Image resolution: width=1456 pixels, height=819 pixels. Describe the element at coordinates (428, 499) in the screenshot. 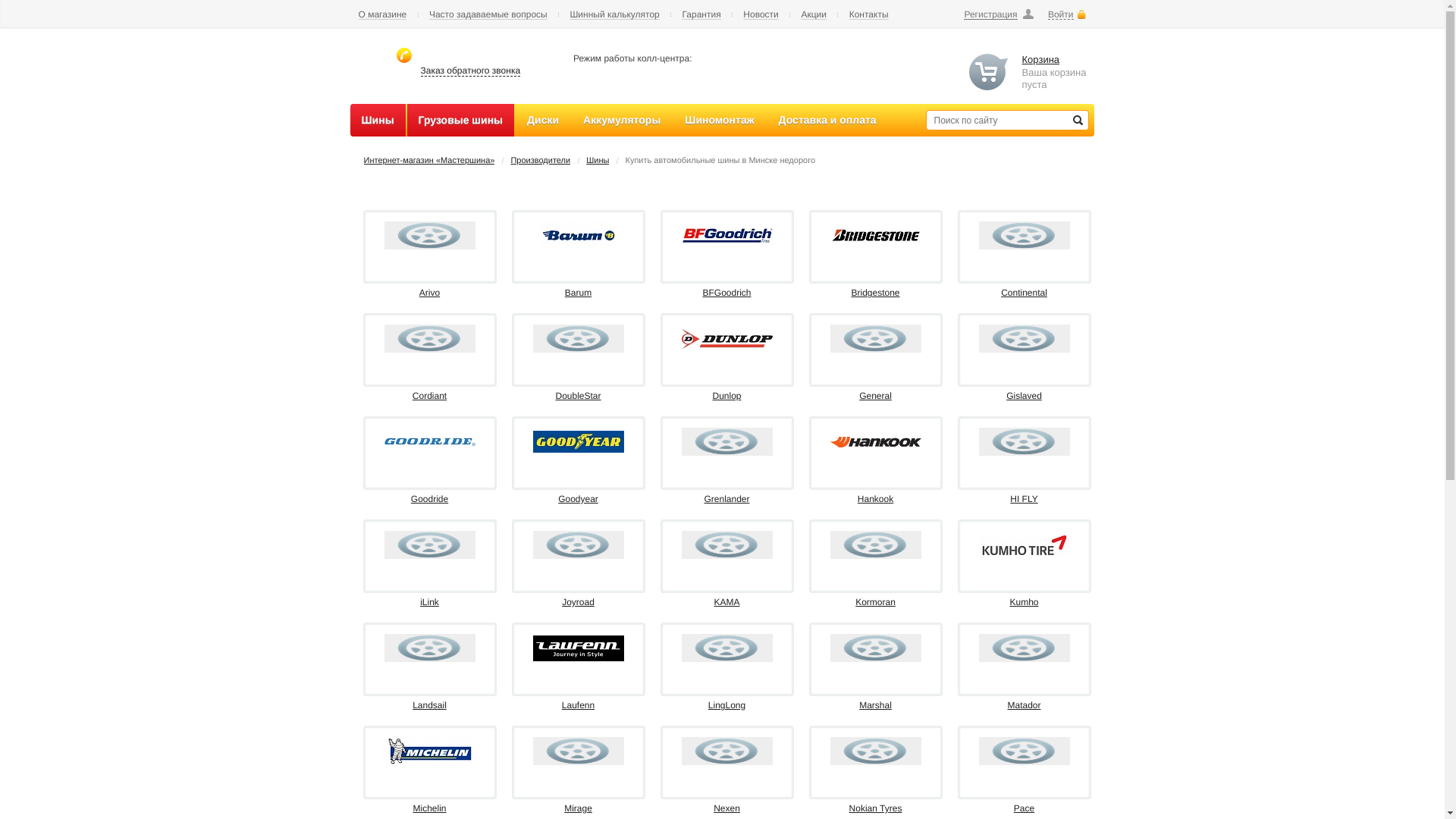

I see `'Goodride'` at that location.